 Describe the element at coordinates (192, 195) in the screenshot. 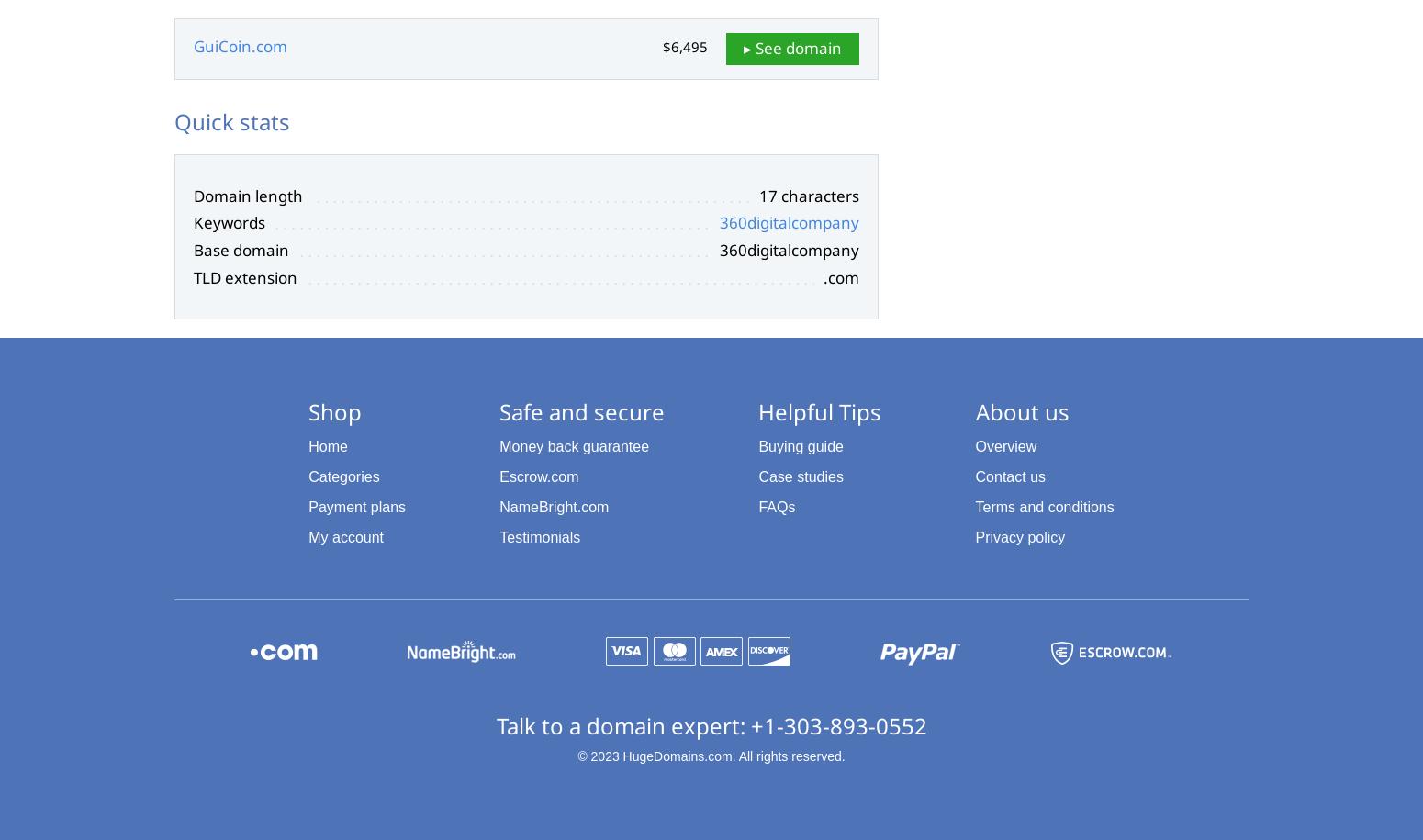

I see `'Domain length'` at that location.